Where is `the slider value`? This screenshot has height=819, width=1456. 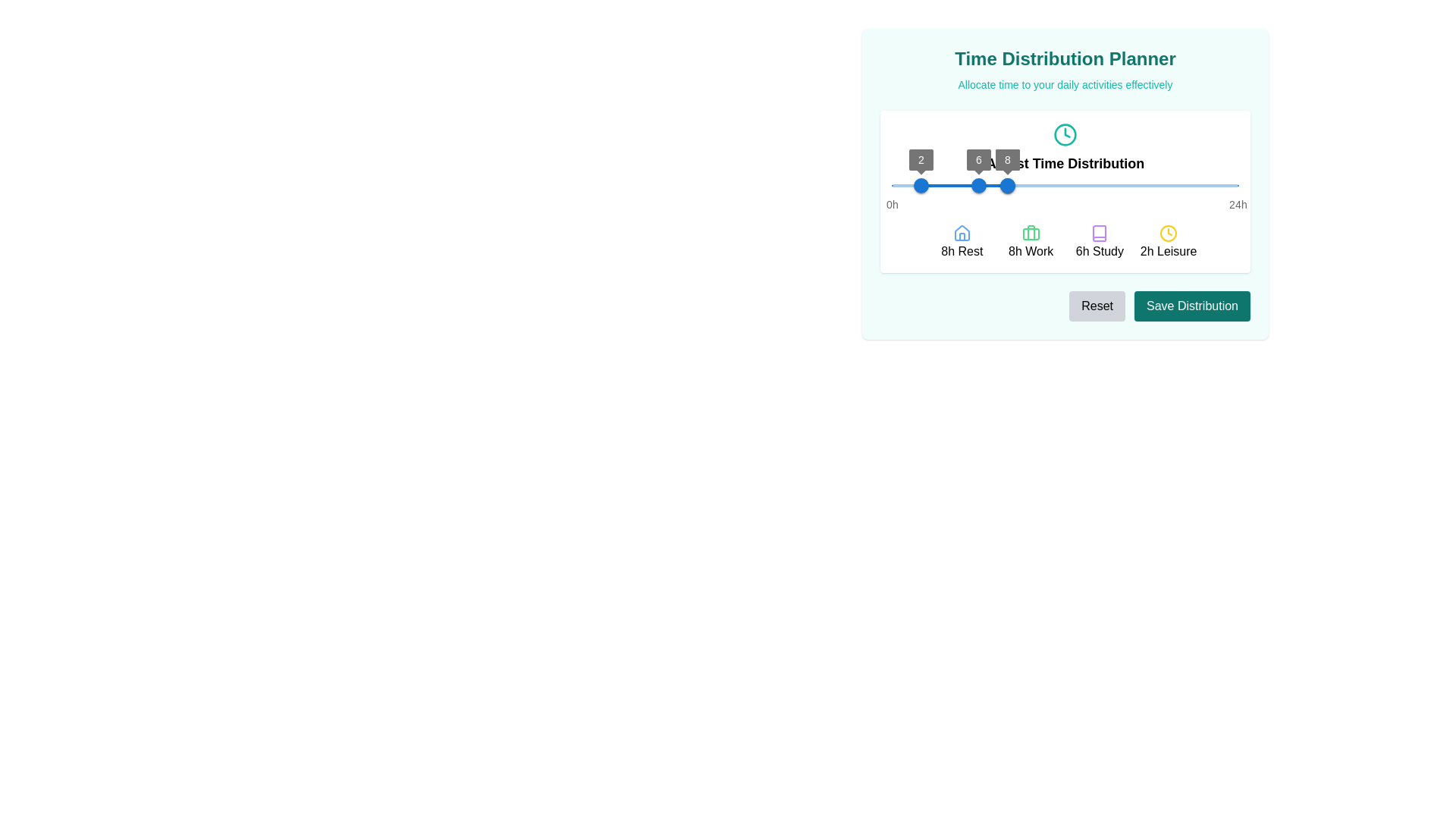
the slider value is located at coordinates (905, 185).